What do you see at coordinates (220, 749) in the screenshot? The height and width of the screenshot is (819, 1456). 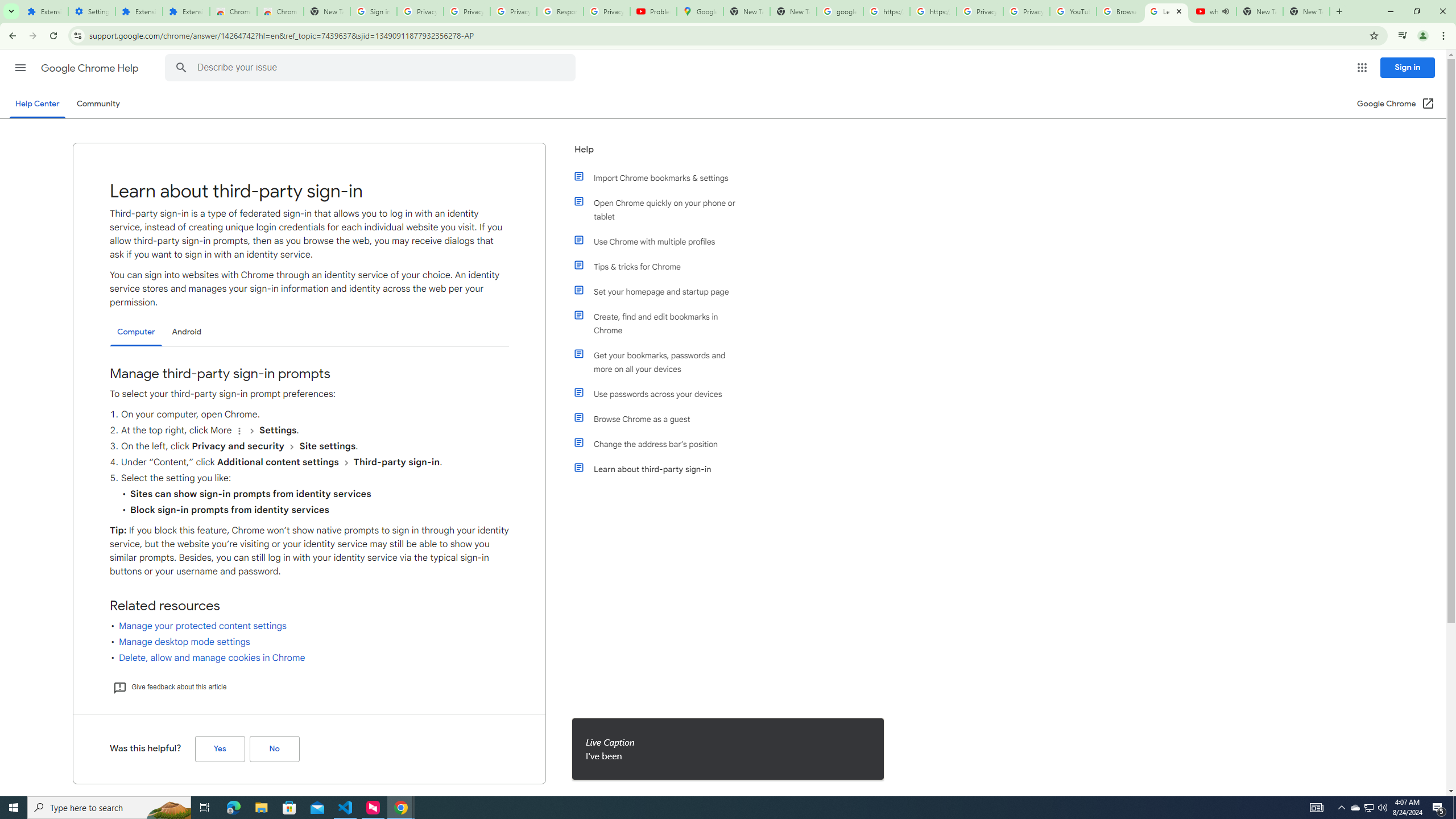 I see `'Yes (Was this helpful?)'` at bounding box center [220, 749].